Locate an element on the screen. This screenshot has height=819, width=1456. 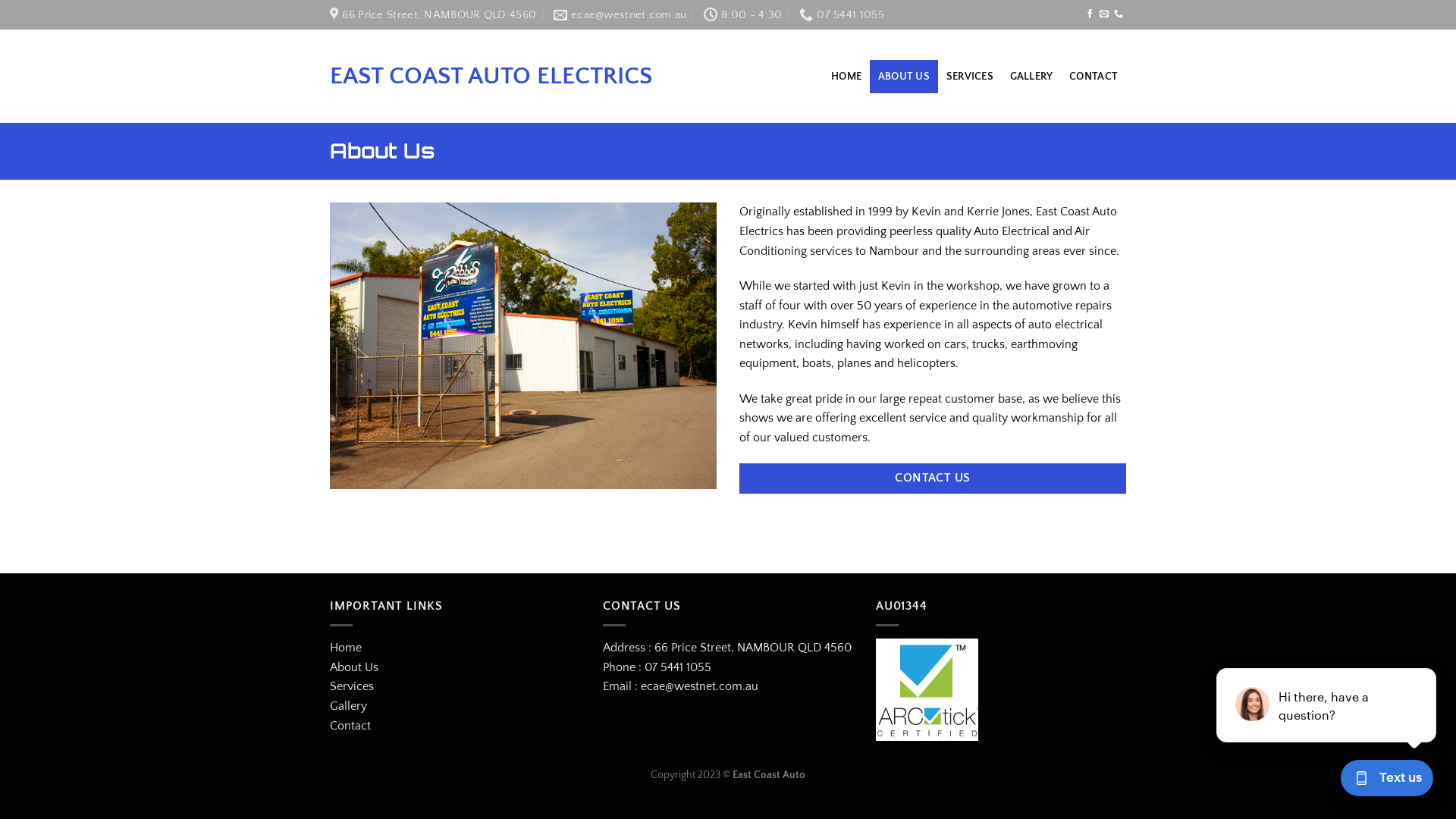
'ABOUT US' is located at coordinates (903, 76).